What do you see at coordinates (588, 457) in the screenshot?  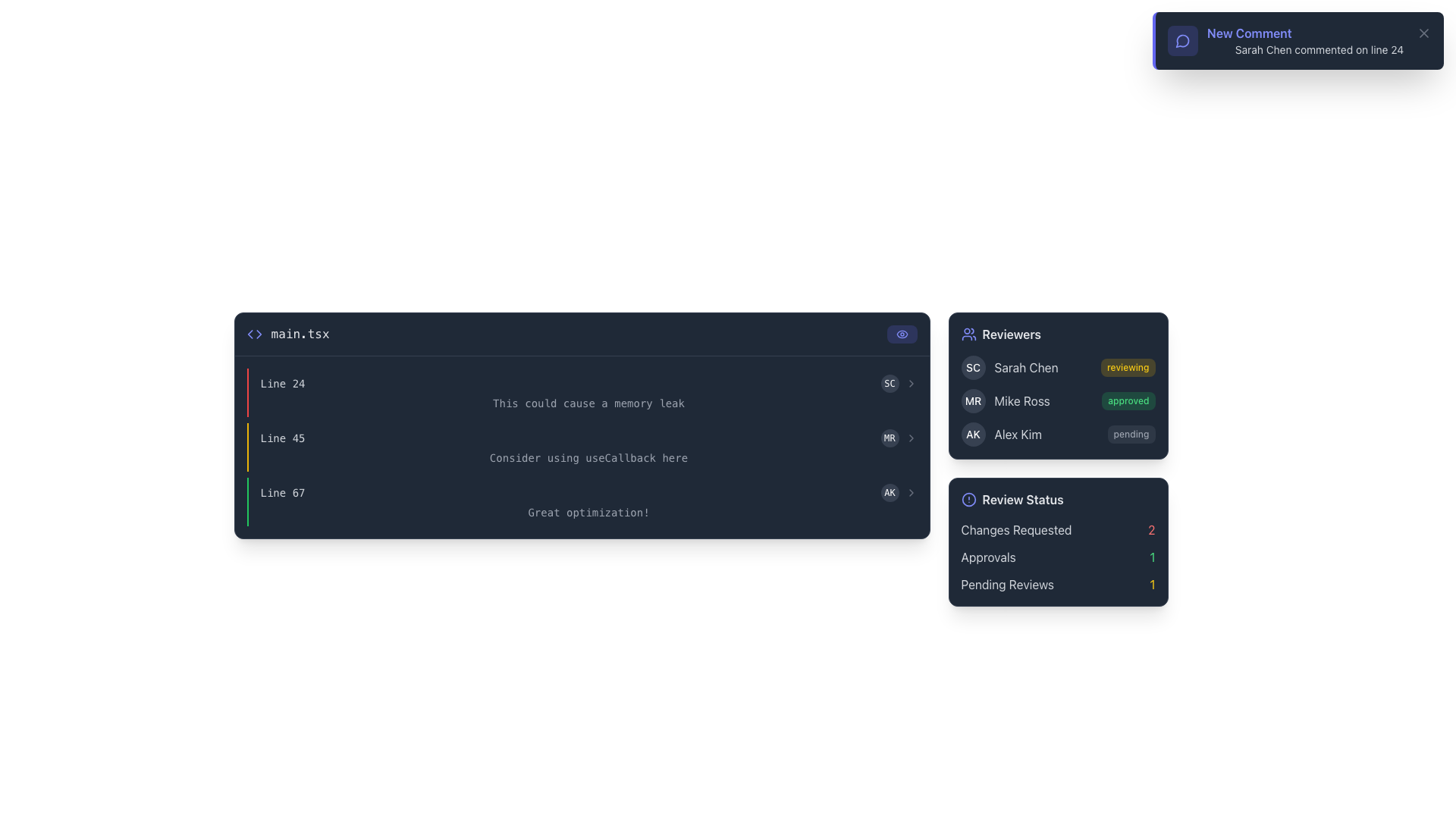 I see `the static text element that provides suggestions related to the code on line 45, specifically recommending 'useCallback'` at bounding box center [588, 457].